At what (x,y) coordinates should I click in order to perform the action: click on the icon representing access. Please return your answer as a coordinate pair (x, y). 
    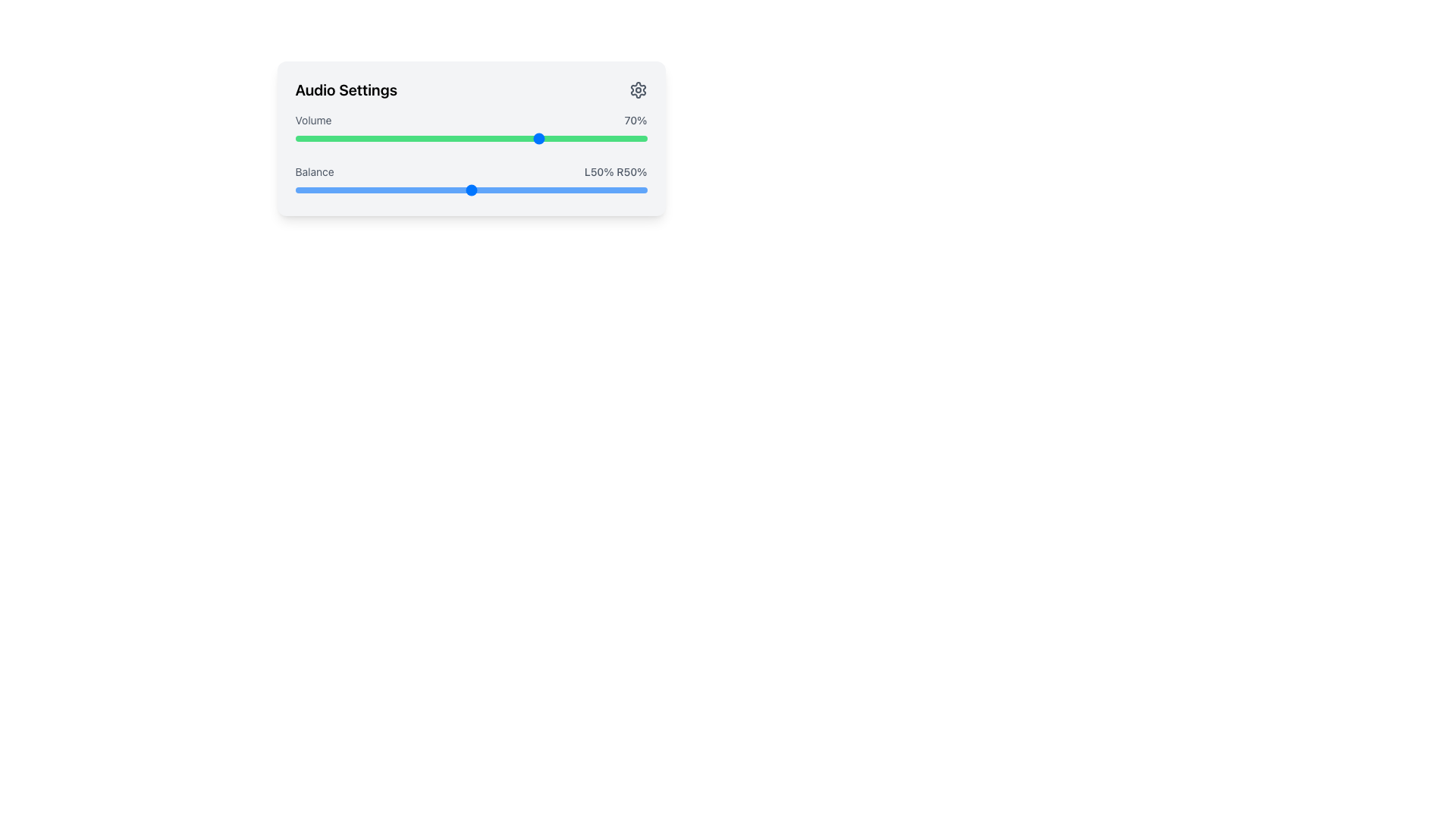
    Looking at the image, I should click on (638, 90).